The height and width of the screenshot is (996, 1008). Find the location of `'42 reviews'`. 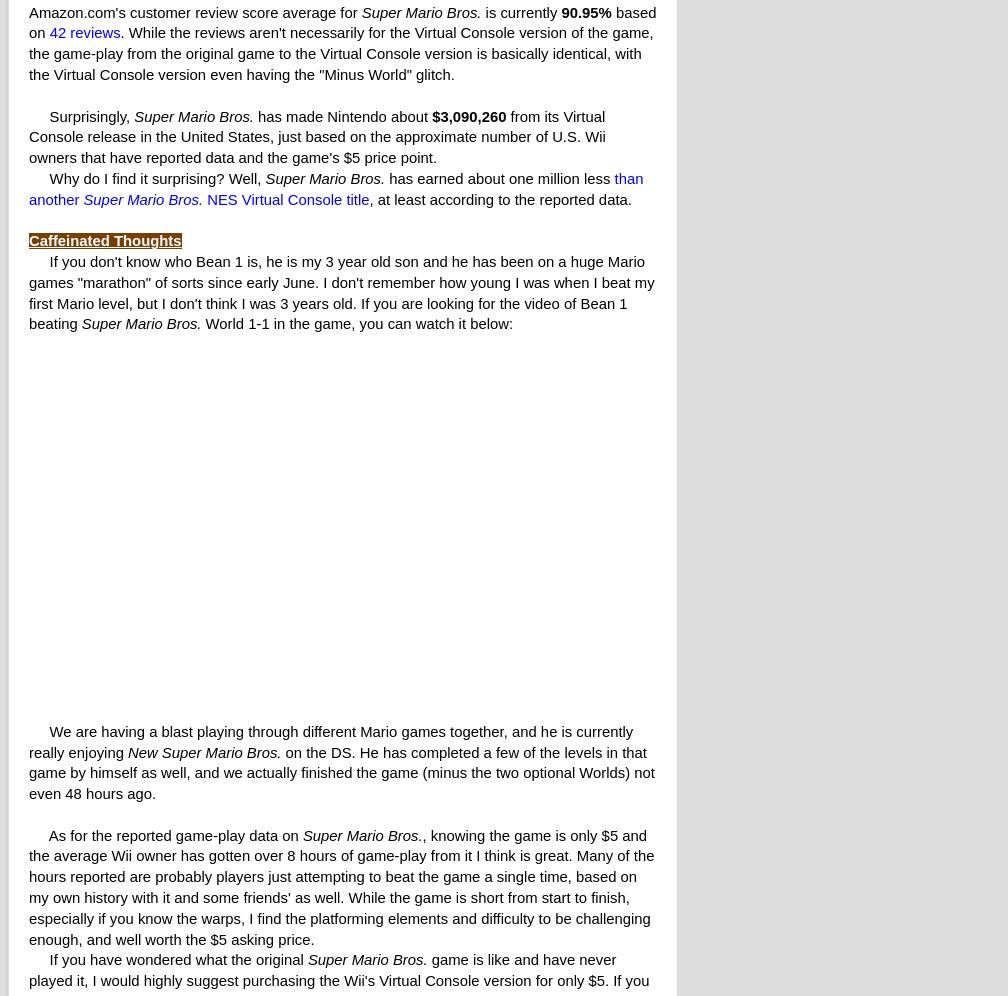

'42 reviews' is located at coordinates (84, 32).